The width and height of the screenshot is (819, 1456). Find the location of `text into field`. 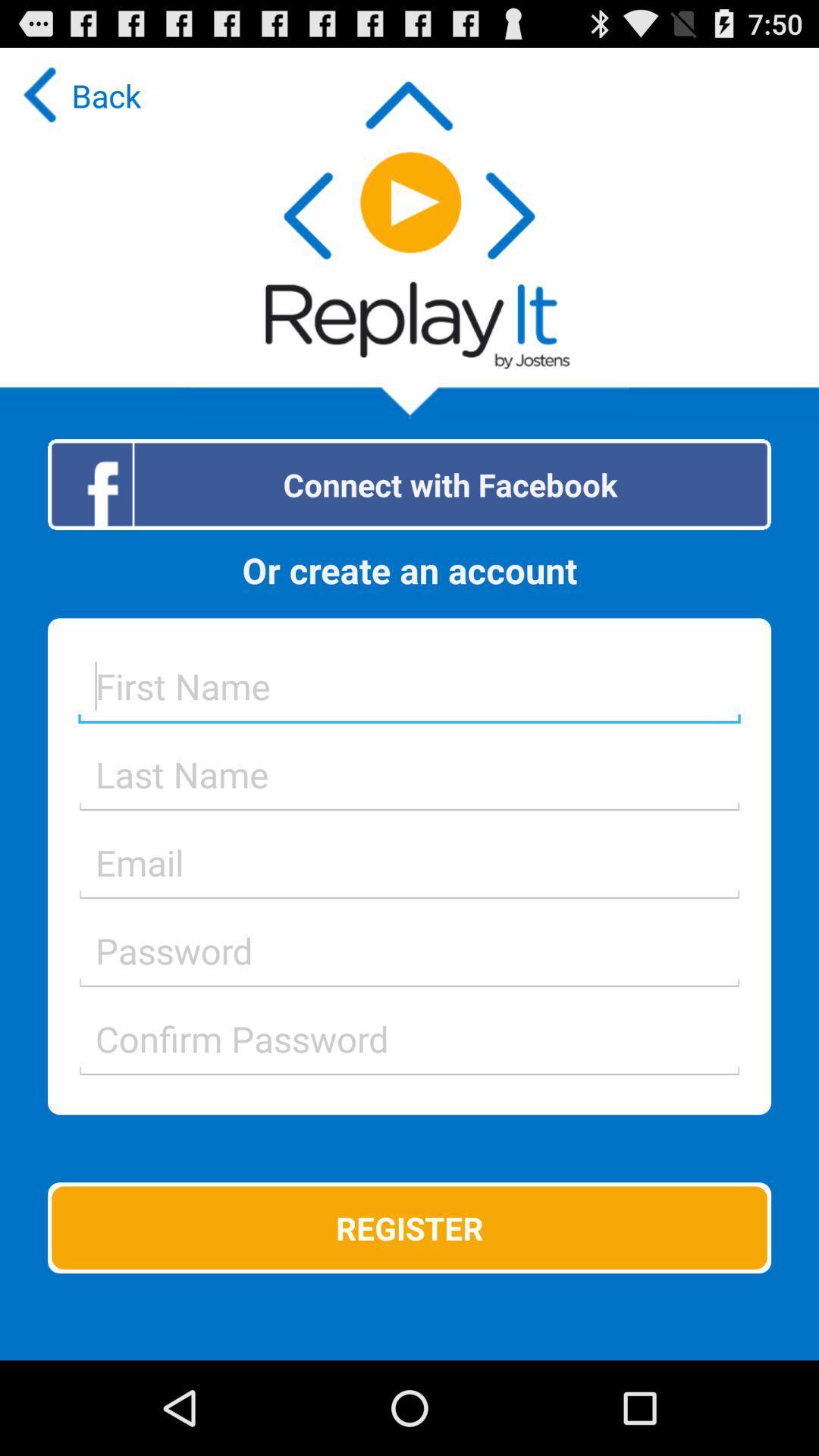

text into field is located at coordinates (409, 1037).